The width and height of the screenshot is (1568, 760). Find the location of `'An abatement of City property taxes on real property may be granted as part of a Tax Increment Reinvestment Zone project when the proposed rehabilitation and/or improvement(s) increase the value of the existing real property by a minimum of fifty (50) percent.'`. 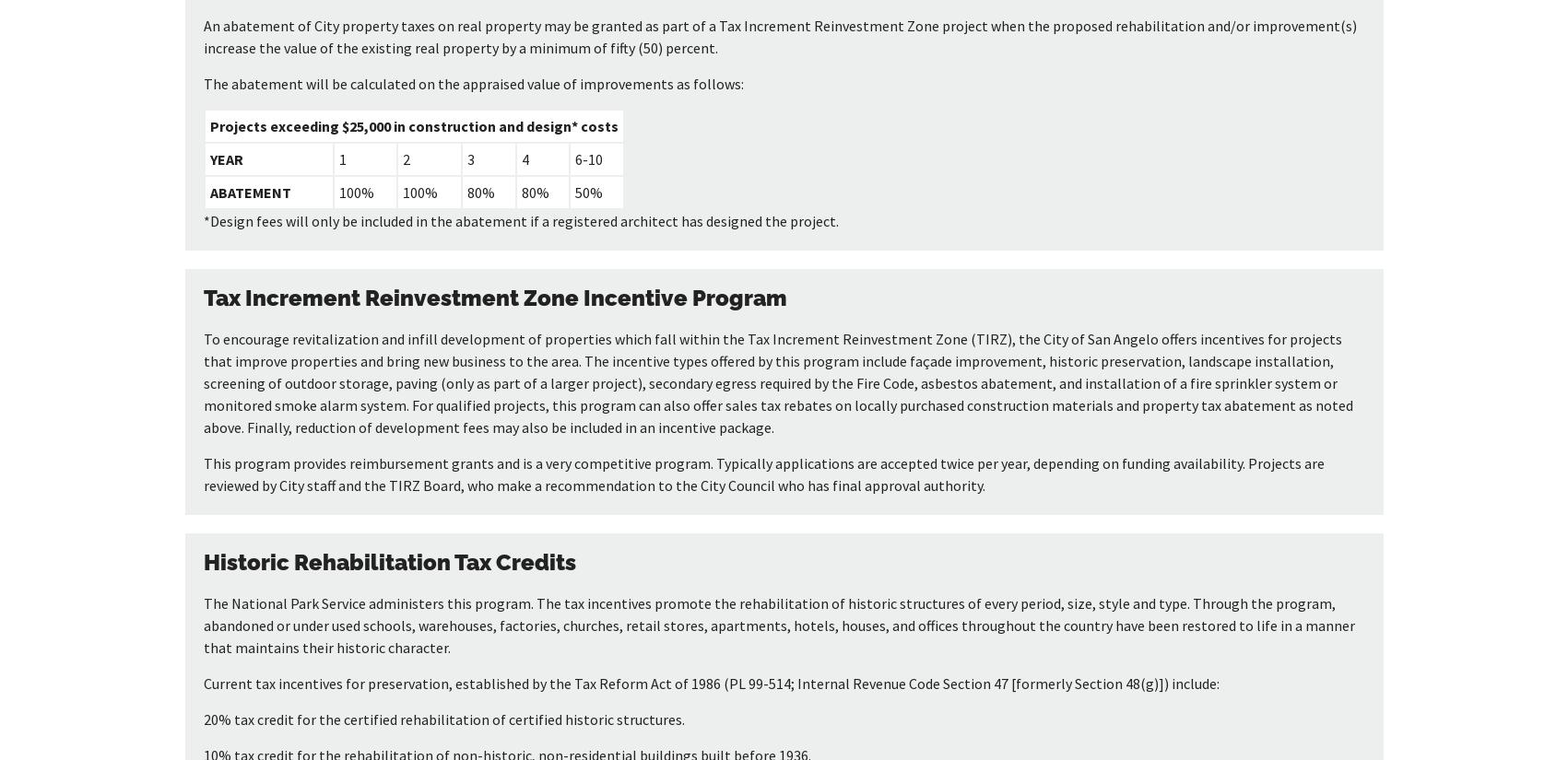

'An abatement of City property taxes on real property may be granted as part of a Tax Increment Reinvestment Zone project when the proposed rehabilitation and/or improvement(s) increase the value of the existing real property by a minimum of fifty (50) percent.' is located at coordinates (779, 37).